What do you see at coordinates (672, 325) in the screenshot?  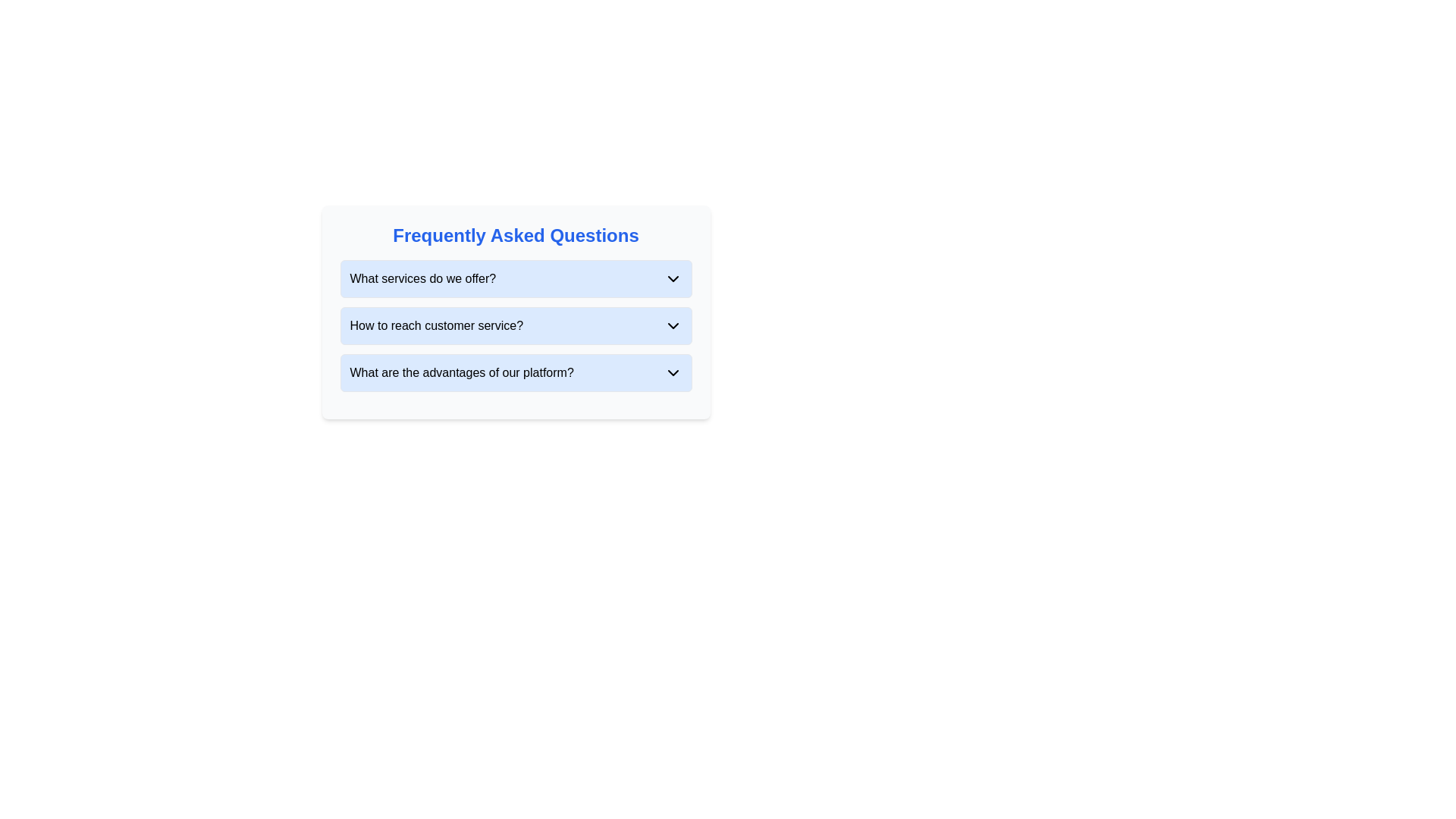 I see `the chevron icon located on the right side of the FAQ section titled 'How to reach customer service?'` at bounding box center [672, 325].